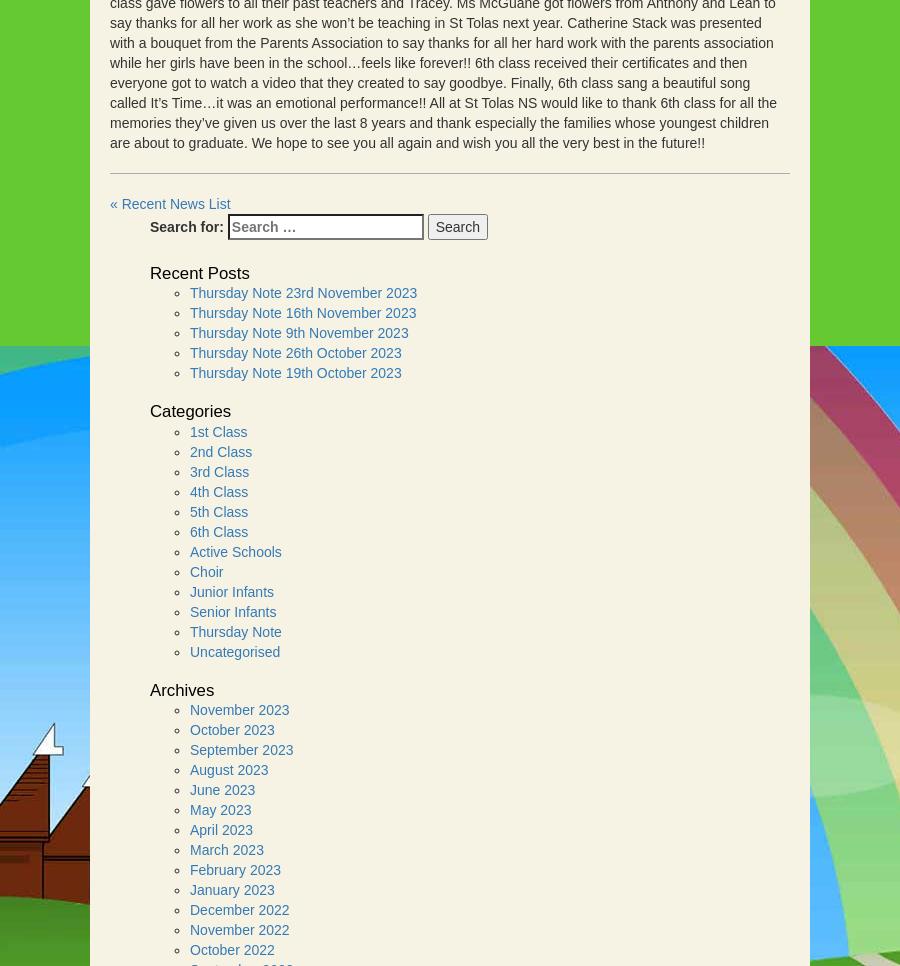 Image resolution: width=900 pixels, height=966 pixels. I want to click on 'October 2023', so click(231, 730).